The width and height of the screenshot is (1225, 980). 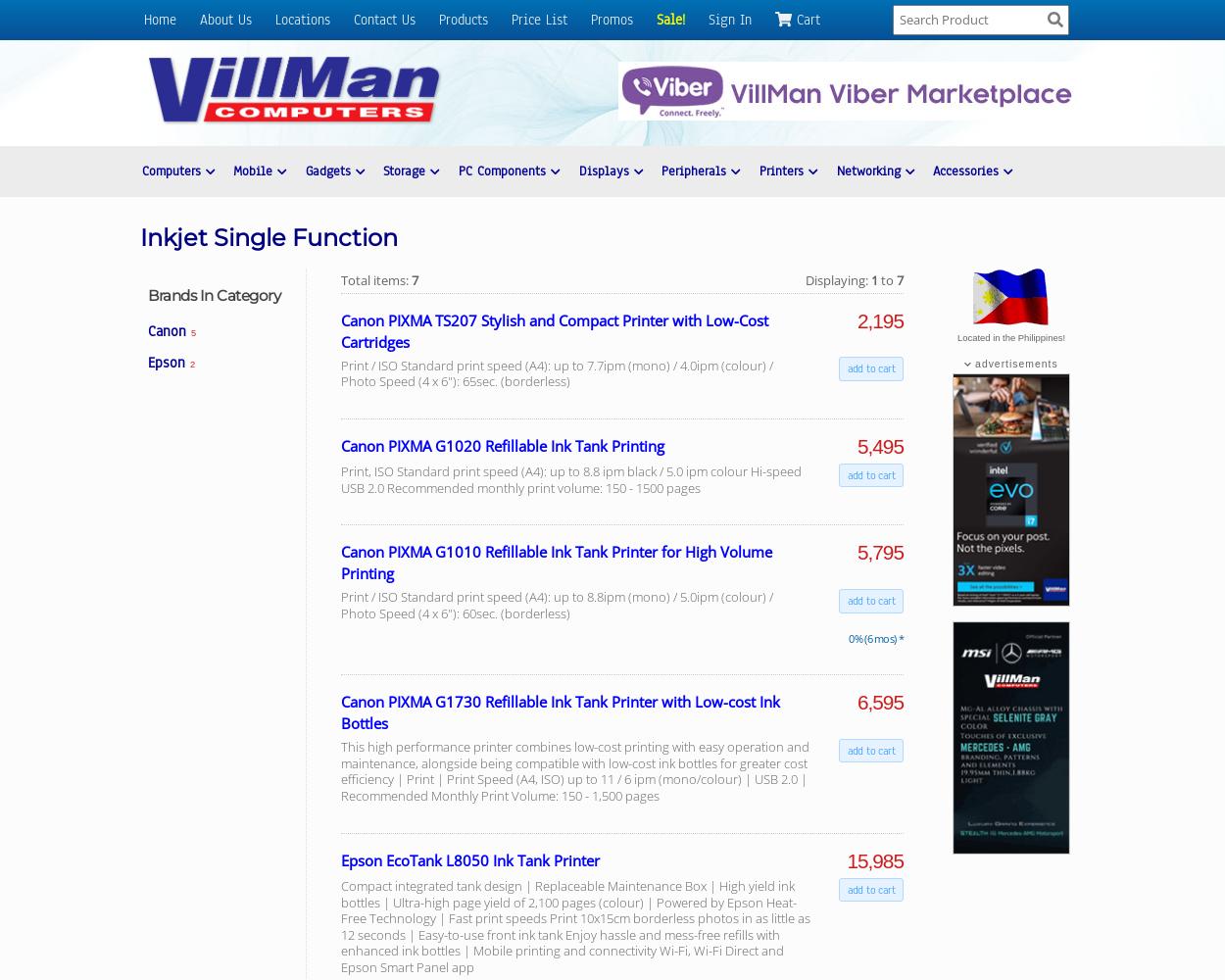 I want to click on 'Inkjet Single Function', so click(x=269, y=235).